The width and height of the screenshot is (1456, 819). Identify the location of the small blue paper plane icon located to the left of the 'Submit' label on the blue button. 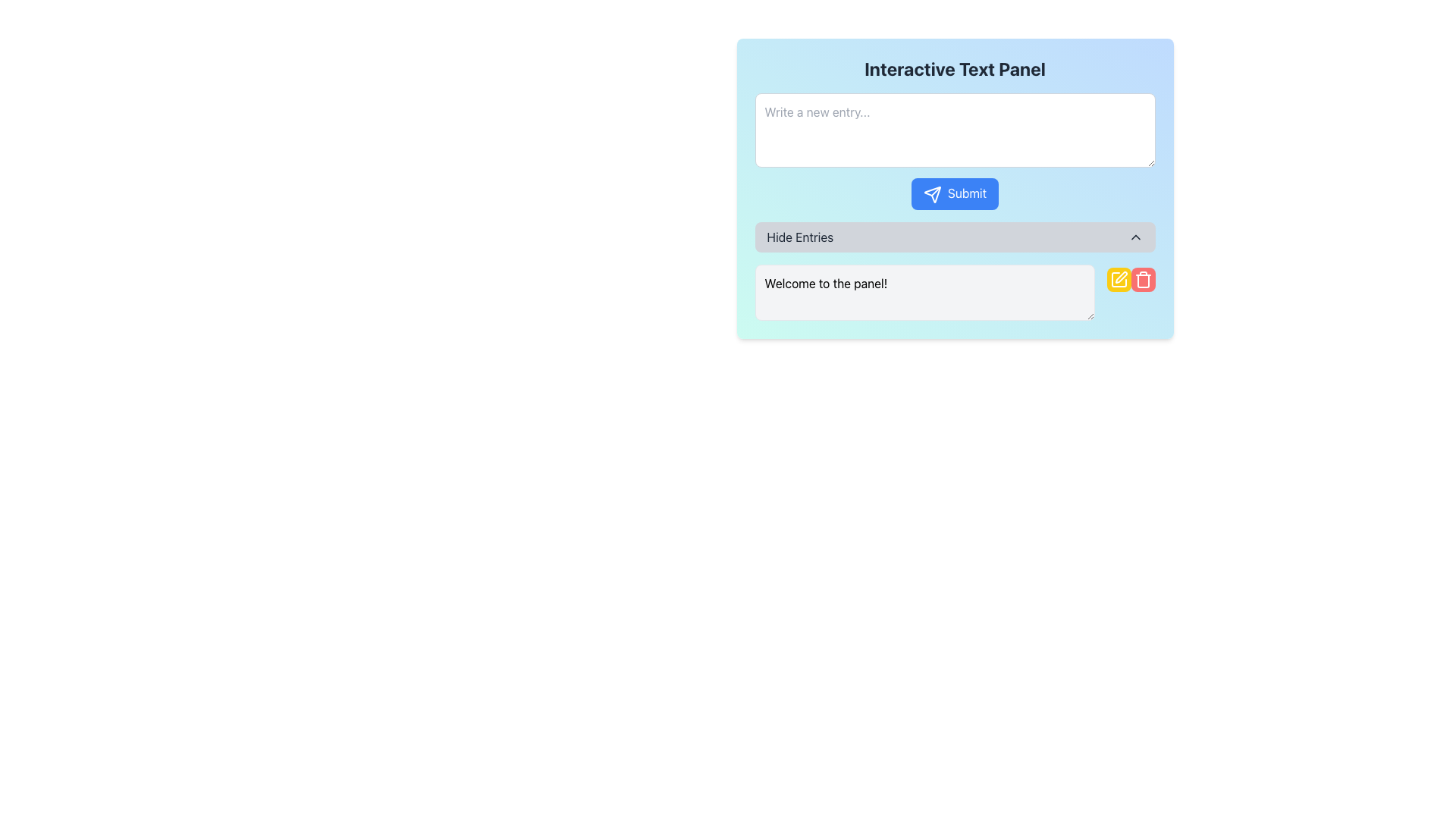
(931, 193).